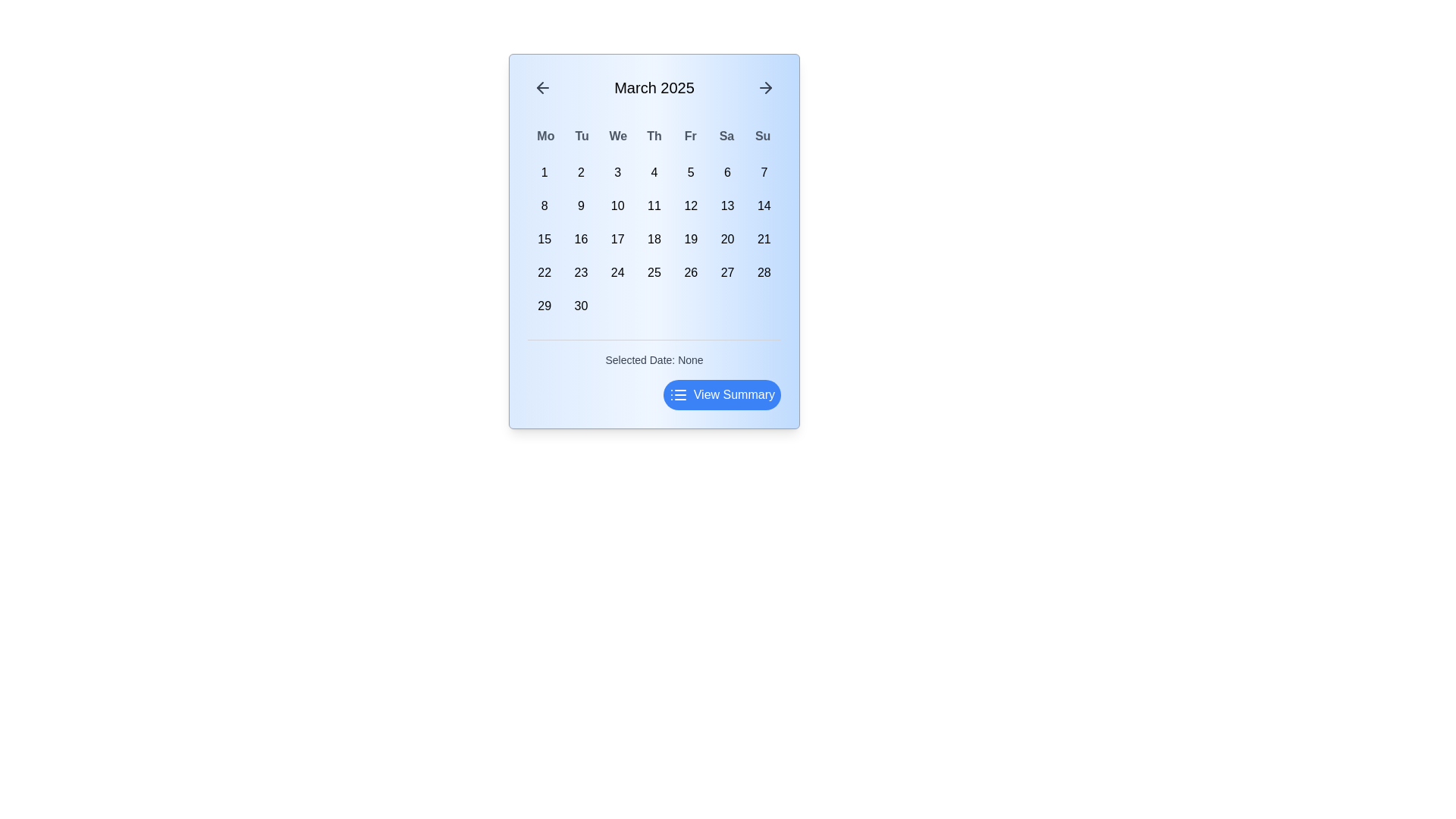 This screenshot has height=819, width=1456. I want to click on the text label displaying 'We', which is located in the third column of the header row in the calendar interface, representing a day of the week, so click(618, 136).